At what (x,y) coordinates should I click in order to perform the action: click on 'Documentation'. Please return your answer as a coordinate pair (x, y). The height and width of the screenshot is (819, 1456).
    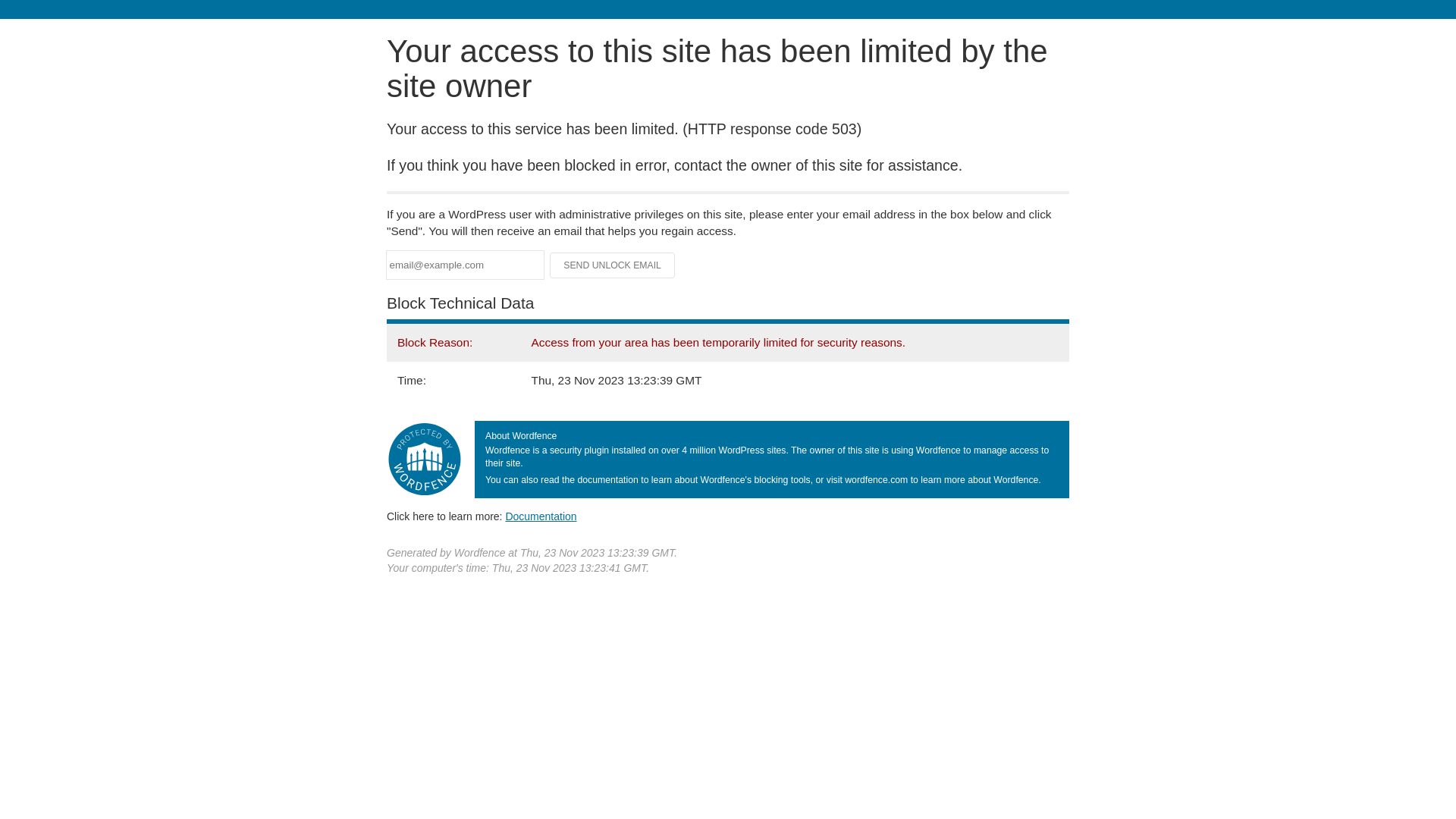
    Looking at the image, I should click on (541, 516).